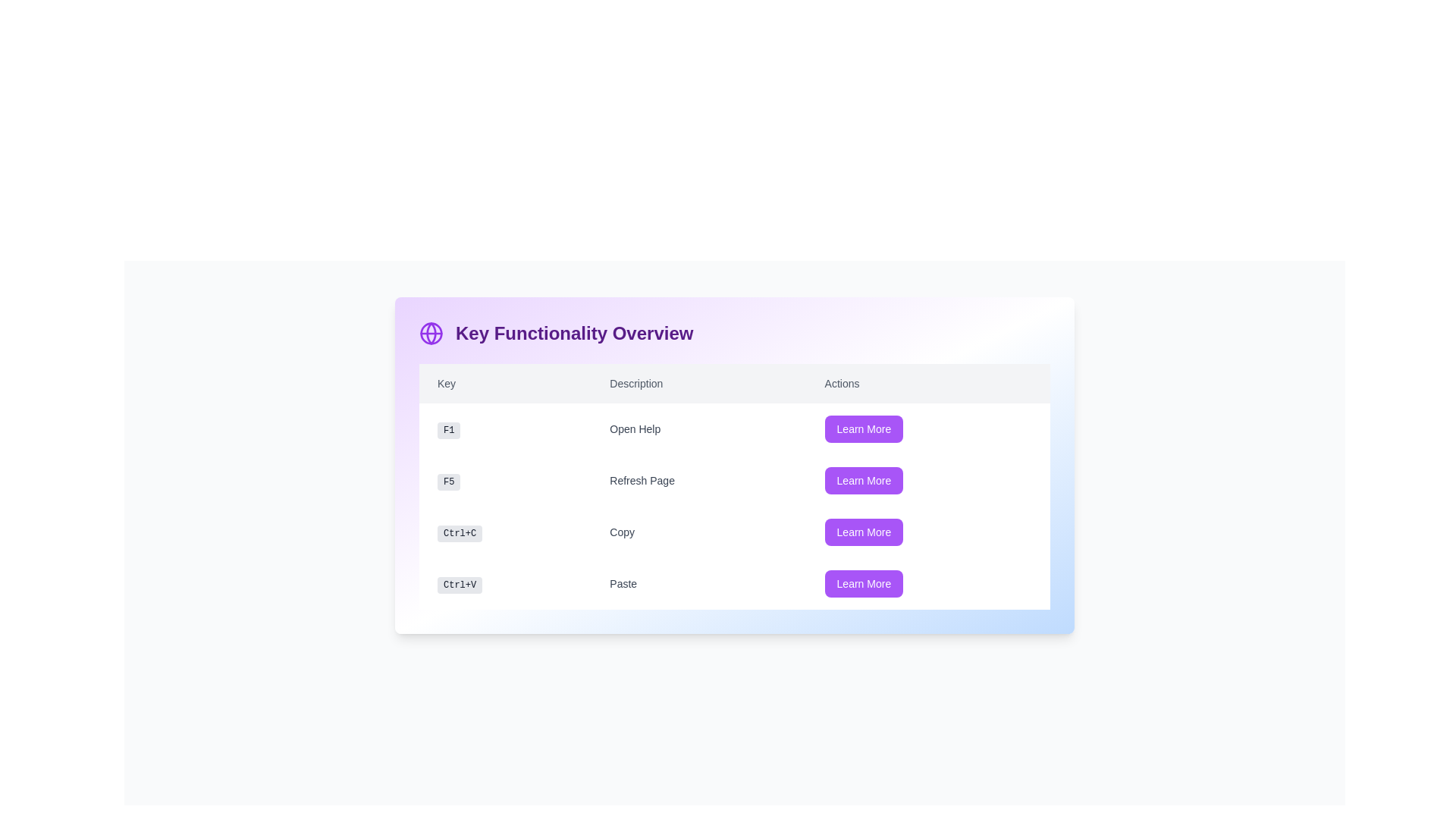 The height and width of the screenshot is (819, 1456). I want to click on the label representing the F1 key in the 'Key Functionality Overview' section, located above the F5 key, so click(448, 430).